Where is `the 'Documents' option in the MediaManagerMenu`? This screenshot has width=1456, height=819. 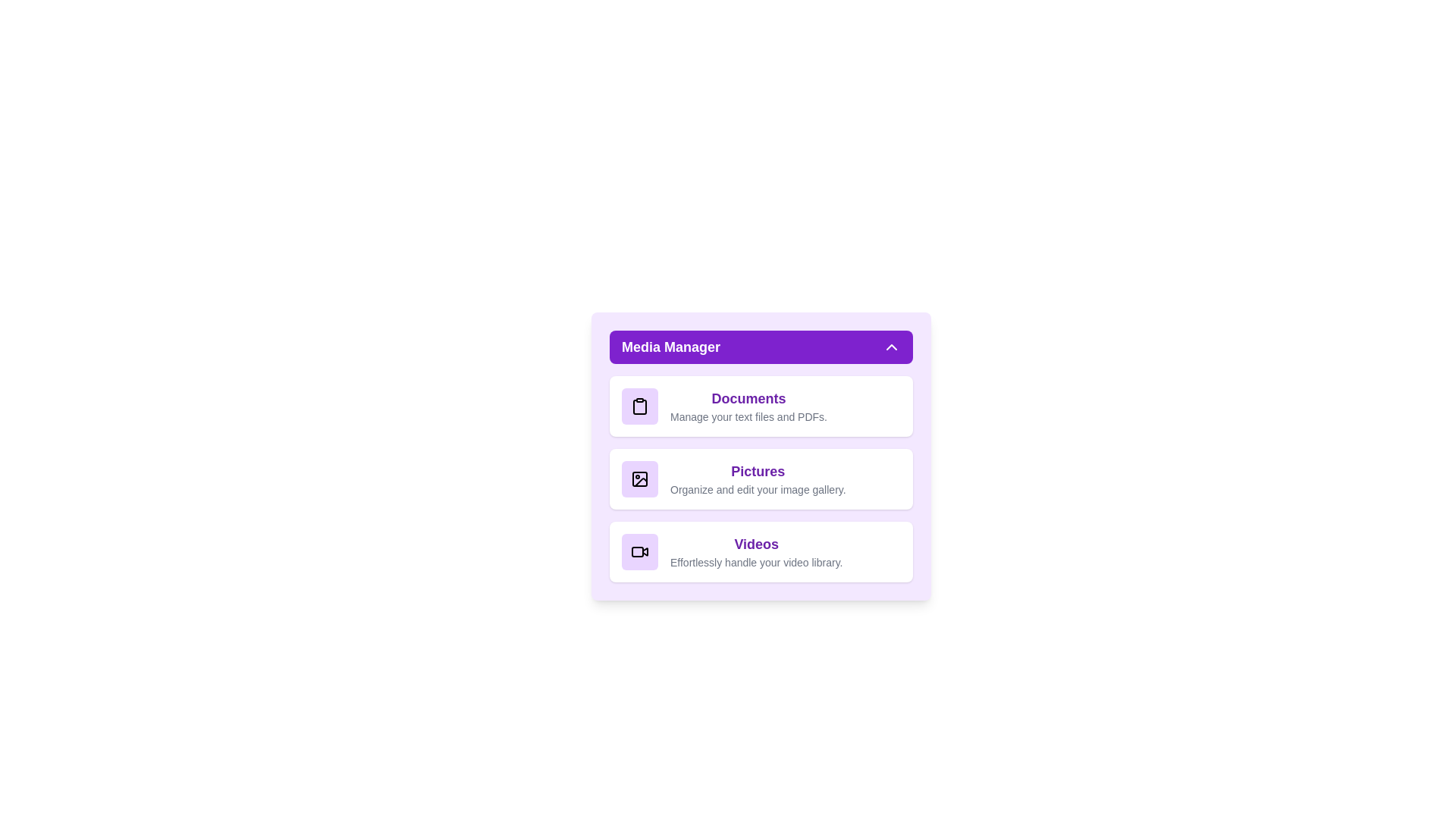 the 'Documents' option in the MediaManagerMenu is located at coordinates (761, 406).